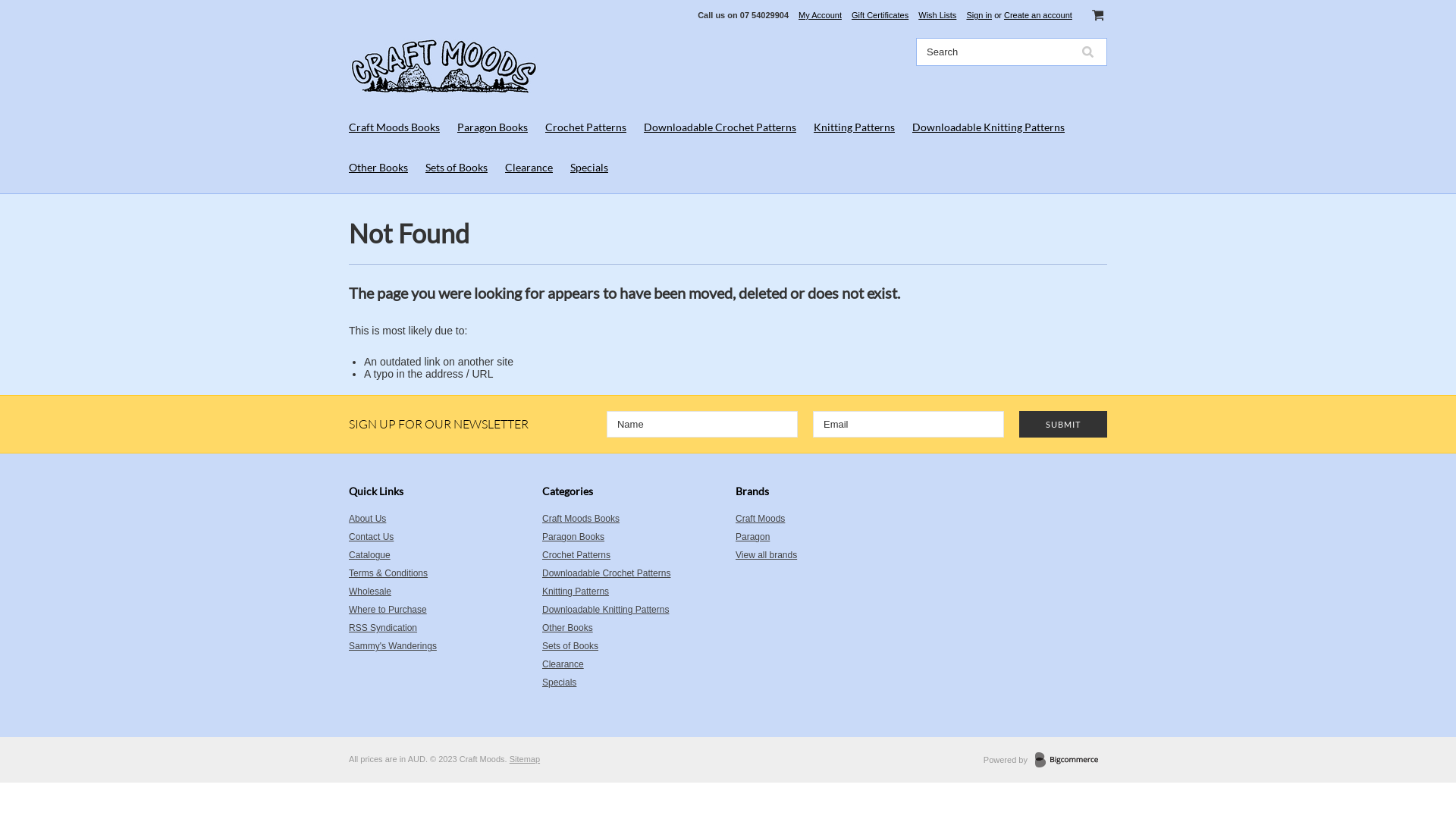 The image size is (1456, 819). I want to click on 'Where to Purchase', so click(348, 608).